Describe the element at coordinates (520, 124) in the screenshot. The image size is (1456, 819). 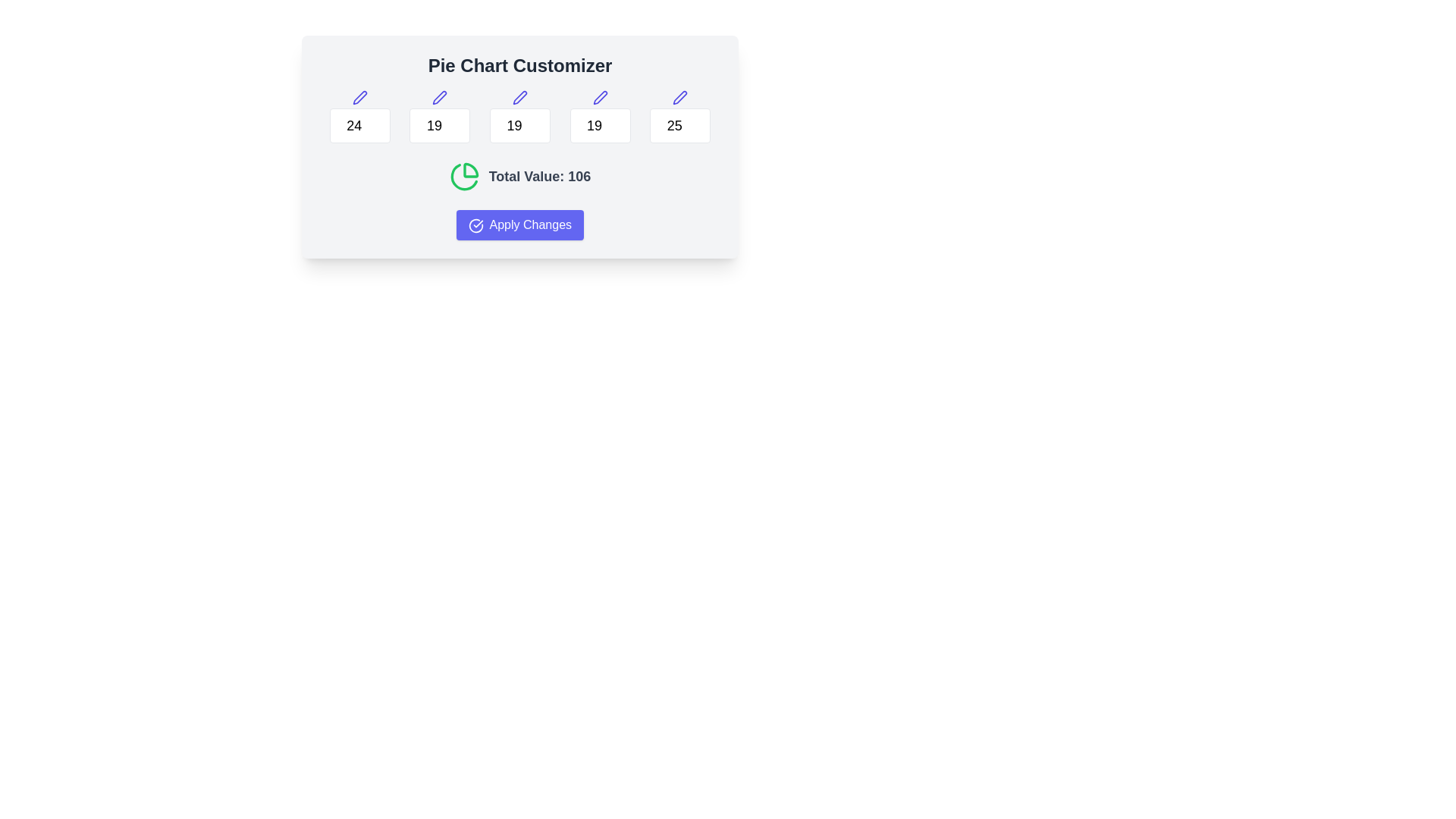
I see `the third number input box under the 'Pie Chart Customizer'` at that location.